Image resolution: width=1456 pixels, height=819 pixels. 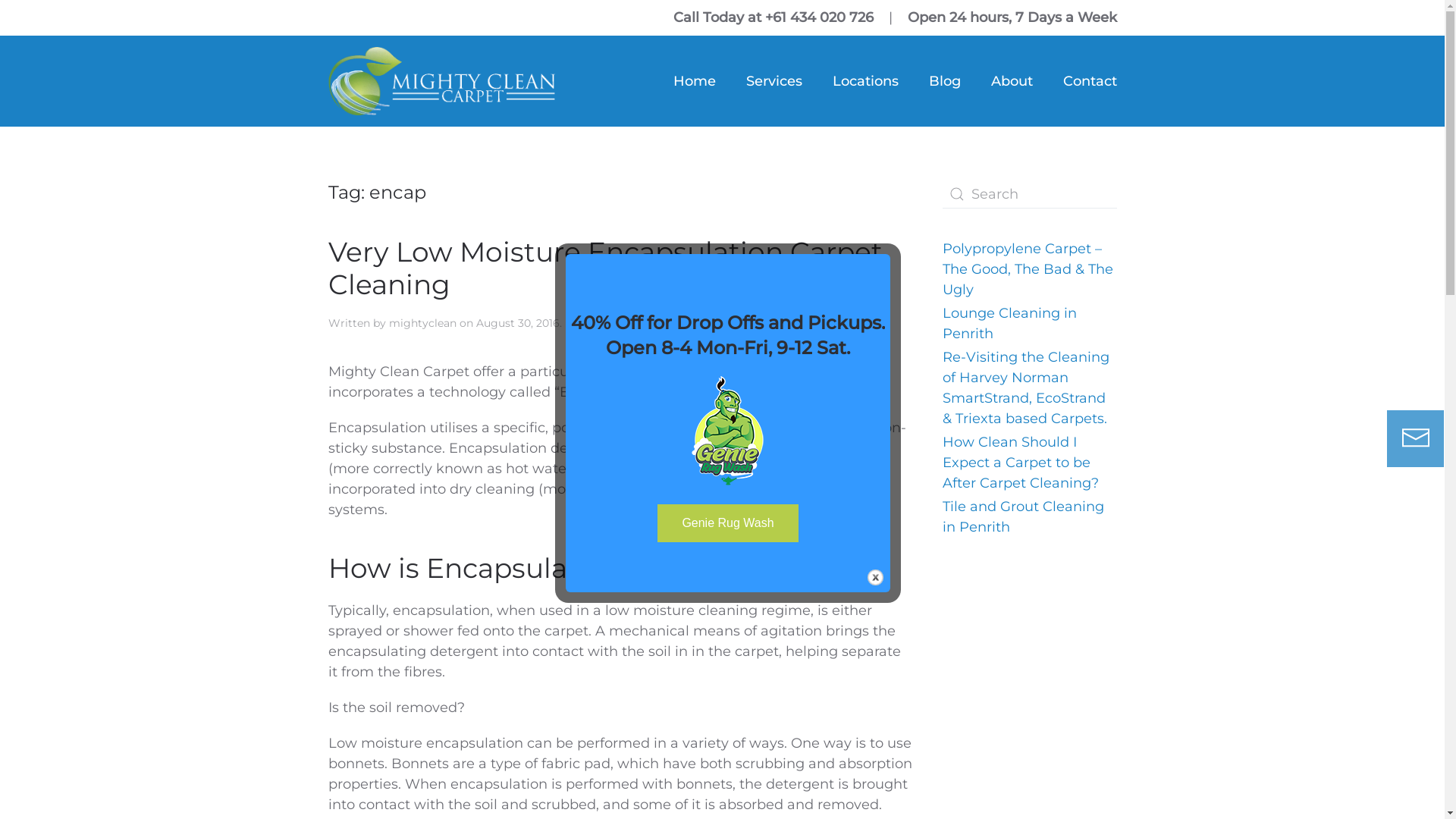 What do you see at coordinates (1022, 516) in the screenshot?
I see `'Tile and Grout Cleaning in Penrith'` at bounding box center [1022, 516].